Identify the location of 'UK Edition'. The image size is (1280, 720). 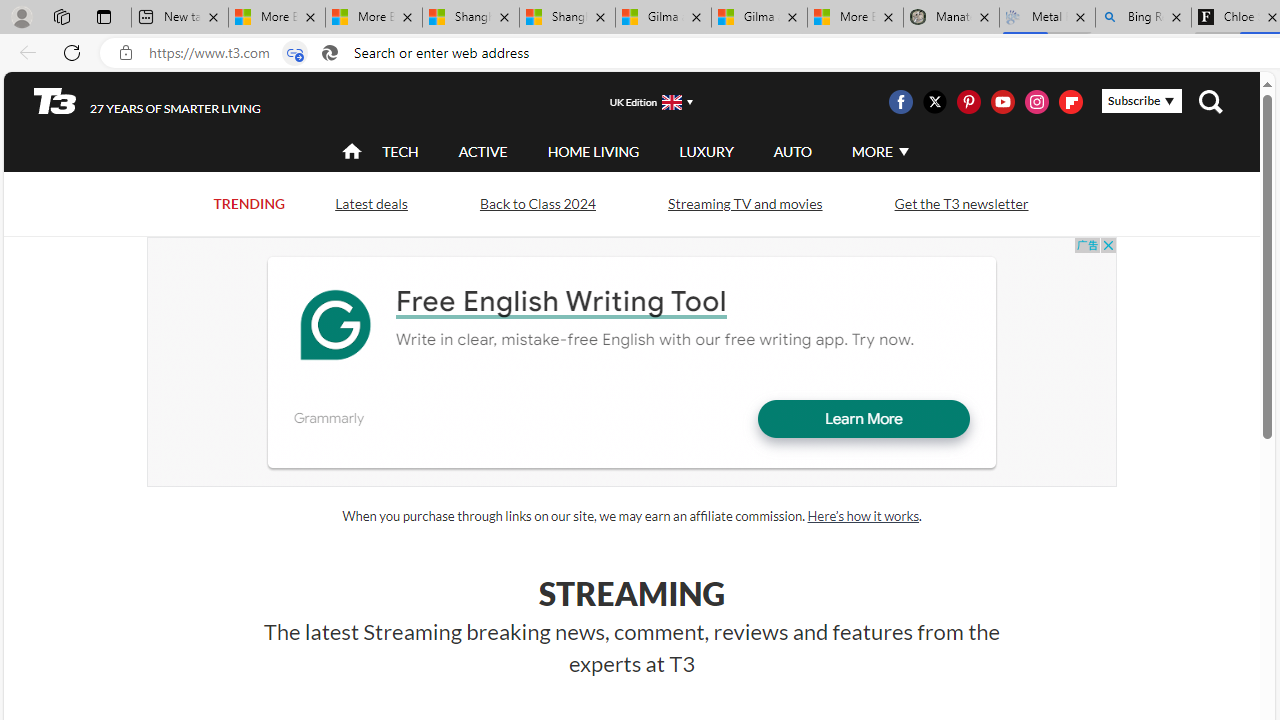
(643, 101).